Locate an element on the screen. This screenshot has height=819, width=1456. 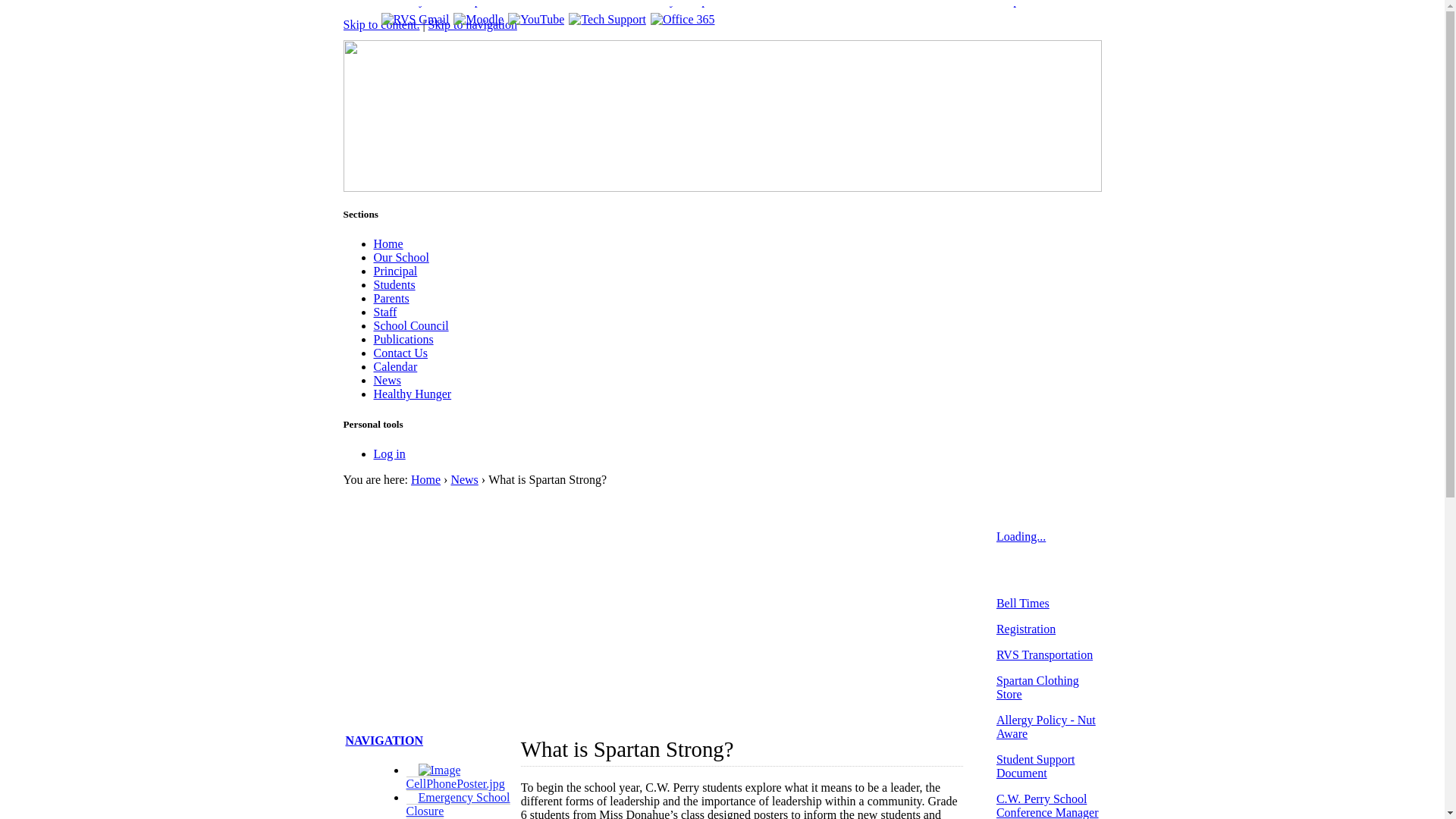
'Student Support Document' is located at coordinates (1035, 766).